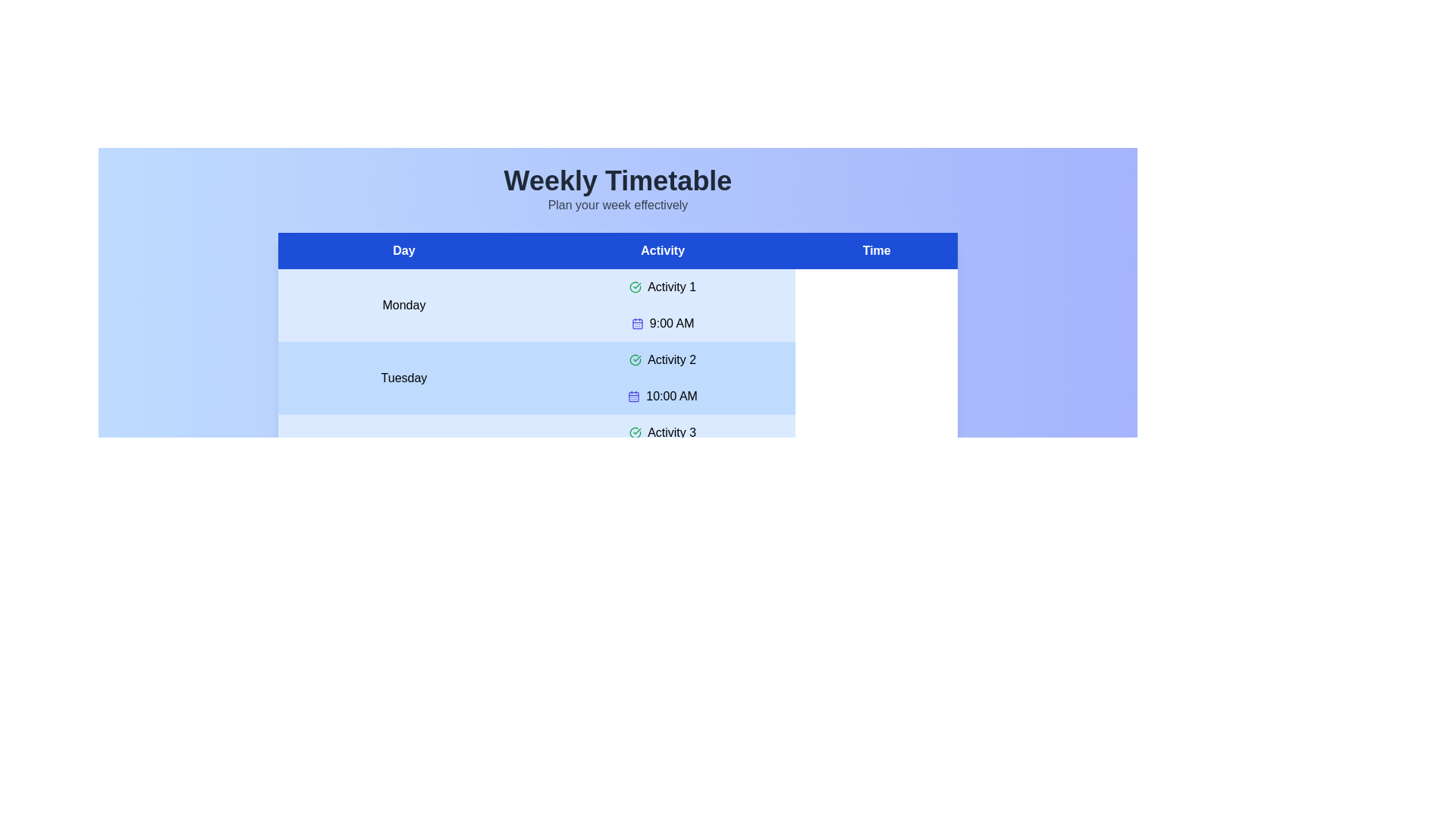  I want to click on the Tuesday activity icon to view details, so click(635, 359).